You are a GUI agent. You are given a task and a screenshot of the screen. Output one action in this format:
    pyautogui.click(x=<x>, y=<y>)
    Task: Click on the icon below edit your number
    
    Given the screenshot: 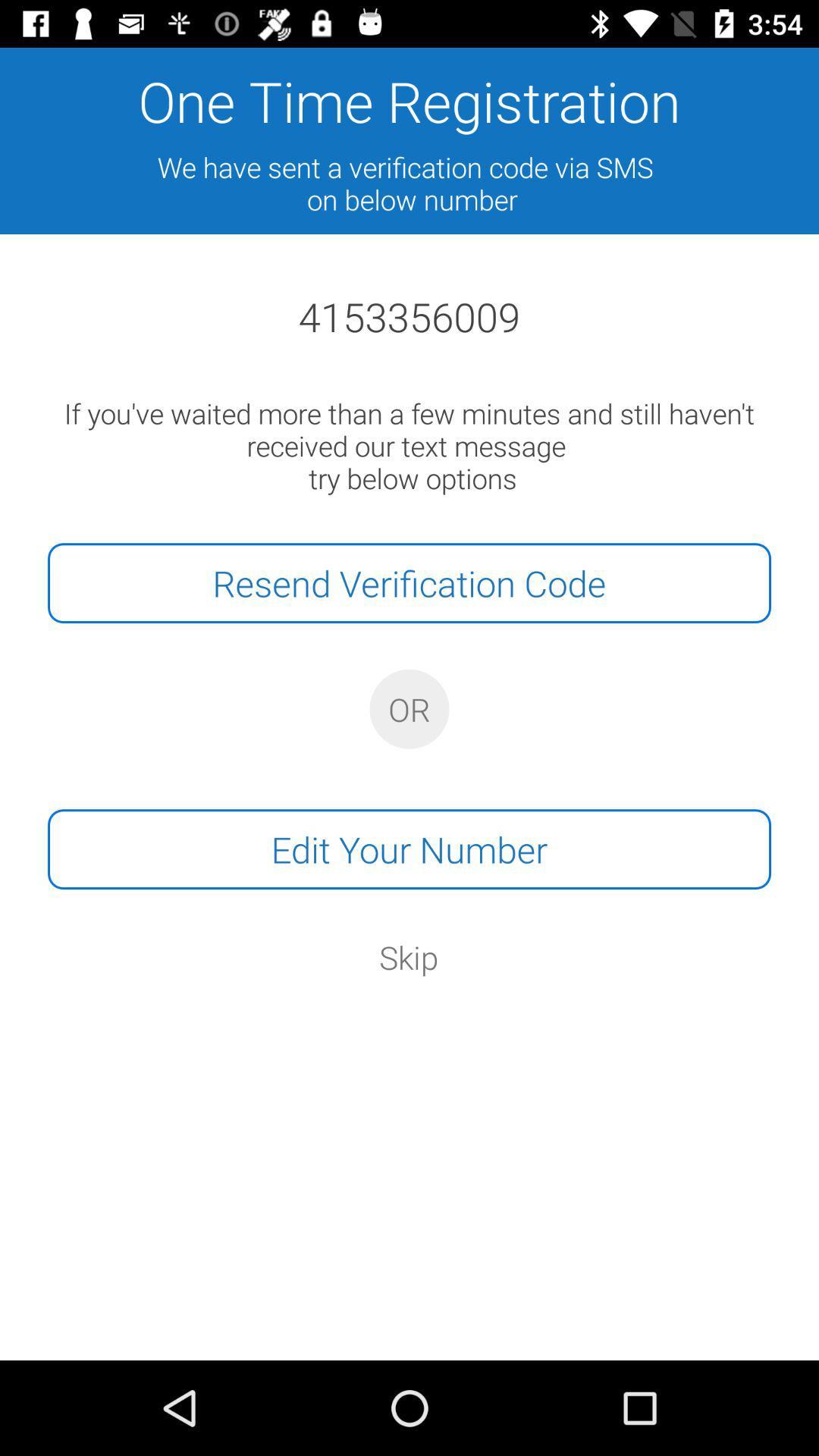 What is the action you would take?
    pyautogui.click(x=408, y=956)
    